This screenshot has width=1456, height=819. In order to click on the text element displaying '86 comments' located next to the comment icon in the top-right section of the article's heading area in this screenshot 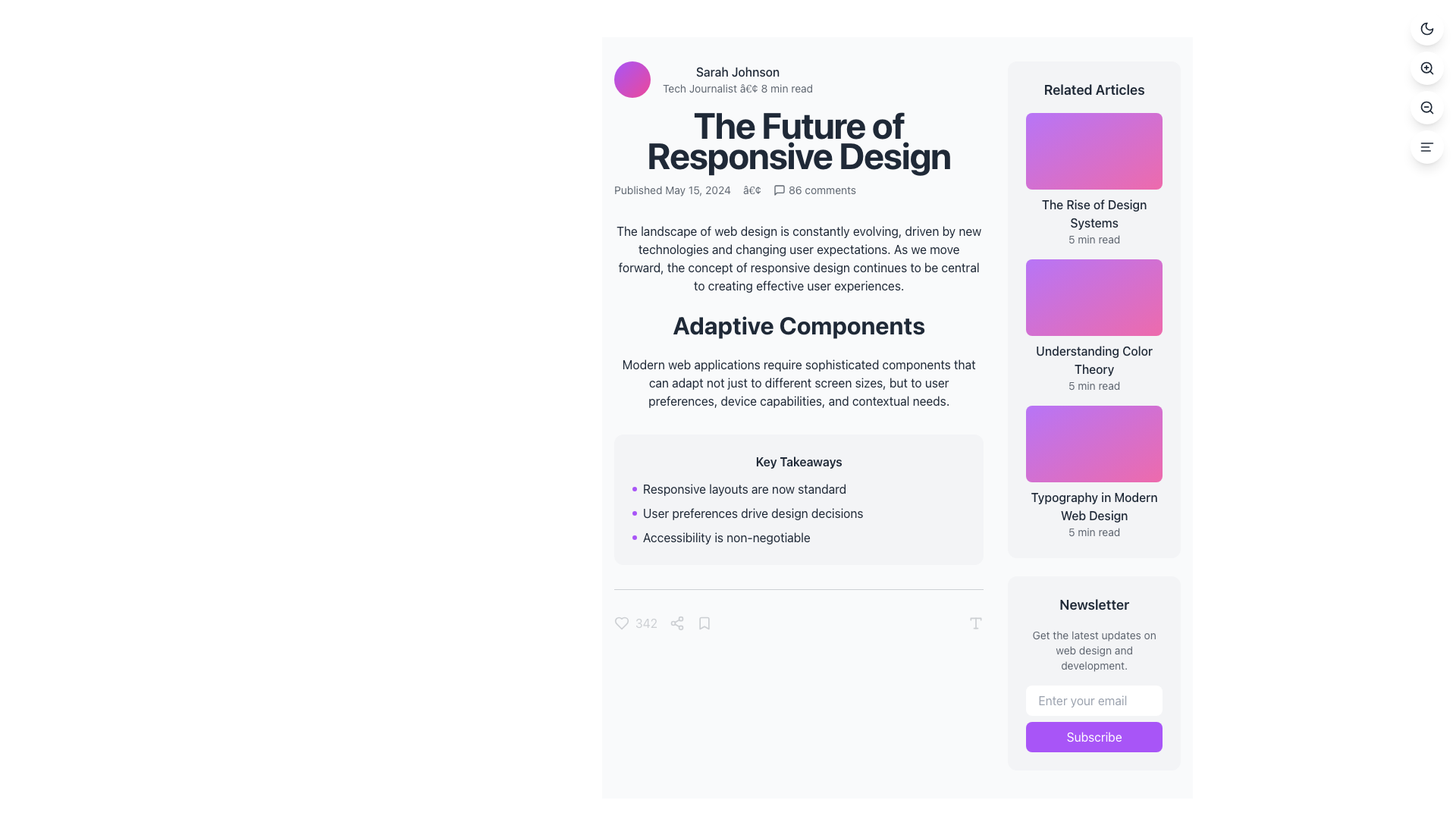, I will do `click(821, 189)`.